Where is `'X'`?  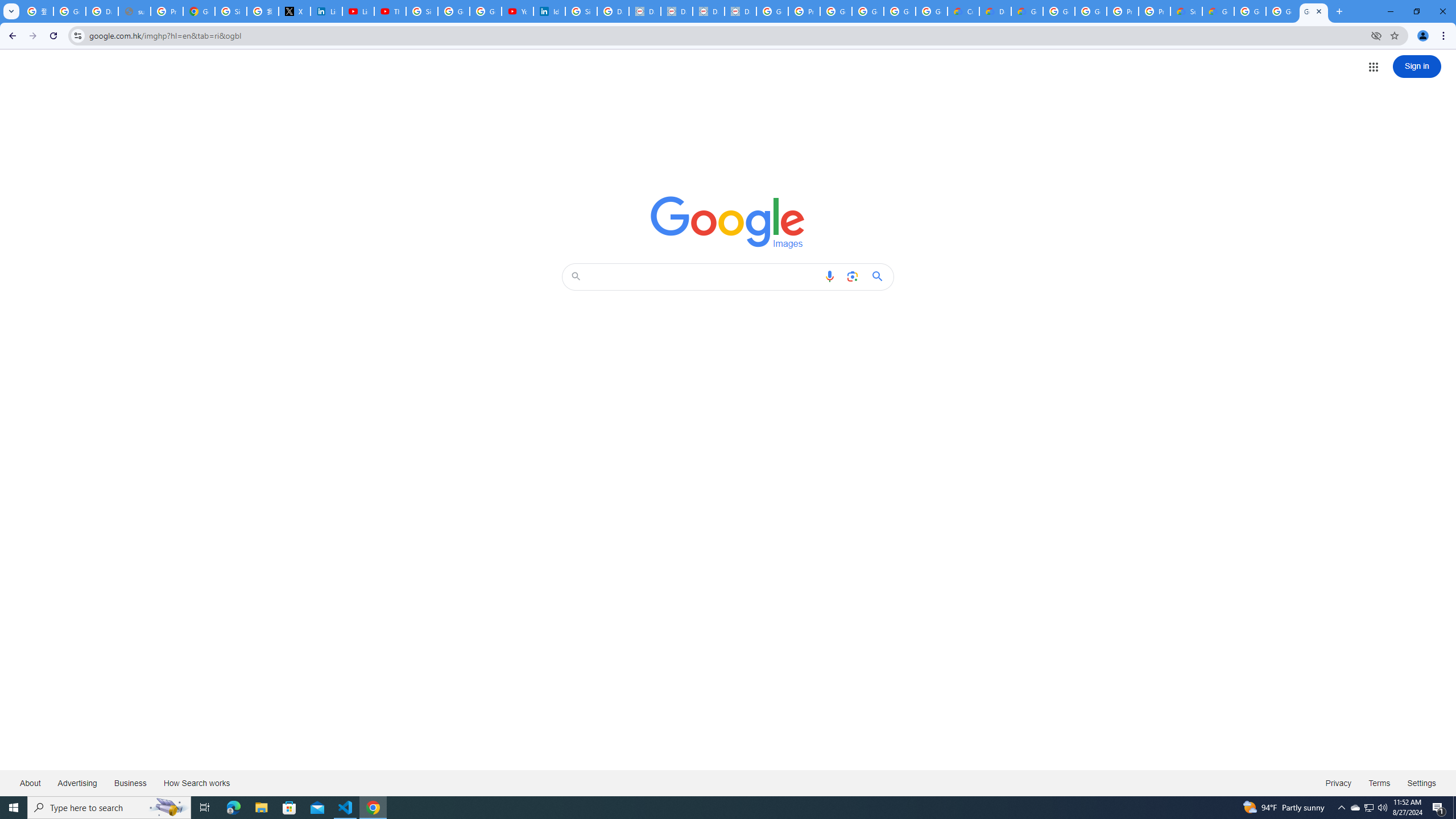
'X' is located at coordinates (294, 11).